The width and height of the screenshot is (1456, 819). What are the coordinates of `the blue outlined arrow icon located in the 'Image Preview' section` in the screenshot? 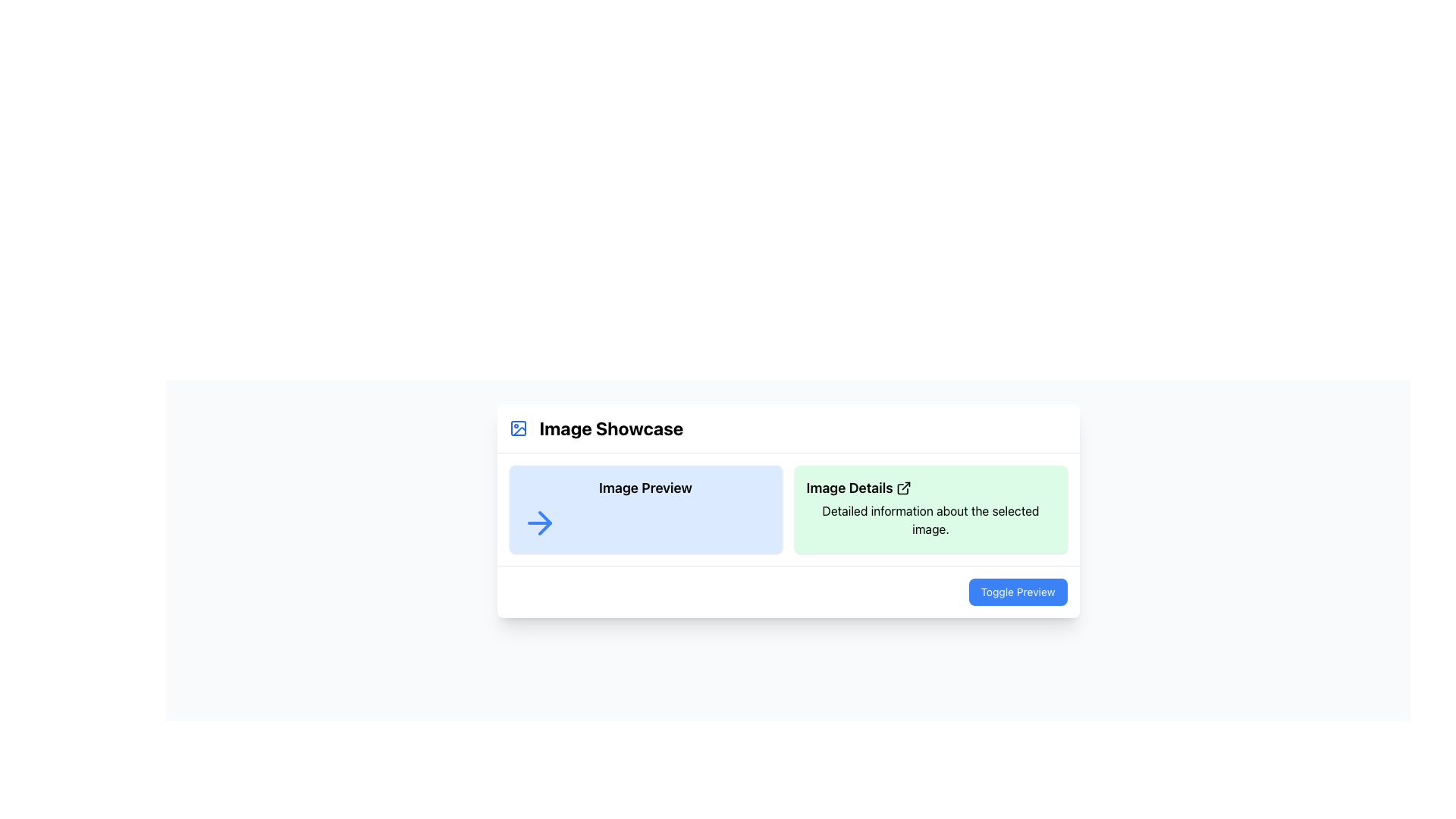 It's located at (539, 522).